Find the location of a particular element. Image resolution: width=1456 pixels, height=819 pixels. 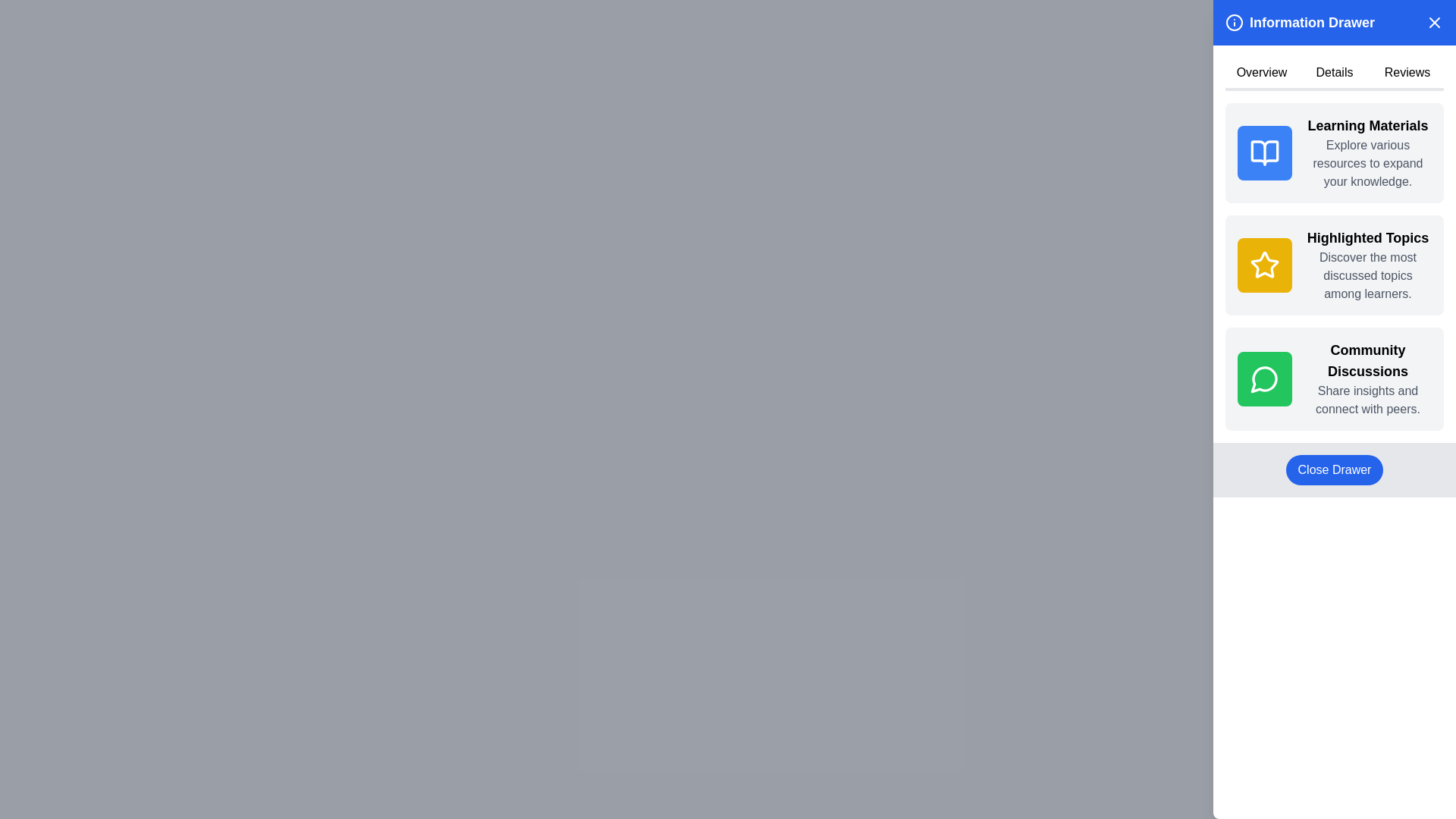

header text 'Information Drawer' located at the top of the sidebar, which is styled in bold font and has an informational icon on its left, within a blue background header area is located at coordinates (1299, 23).